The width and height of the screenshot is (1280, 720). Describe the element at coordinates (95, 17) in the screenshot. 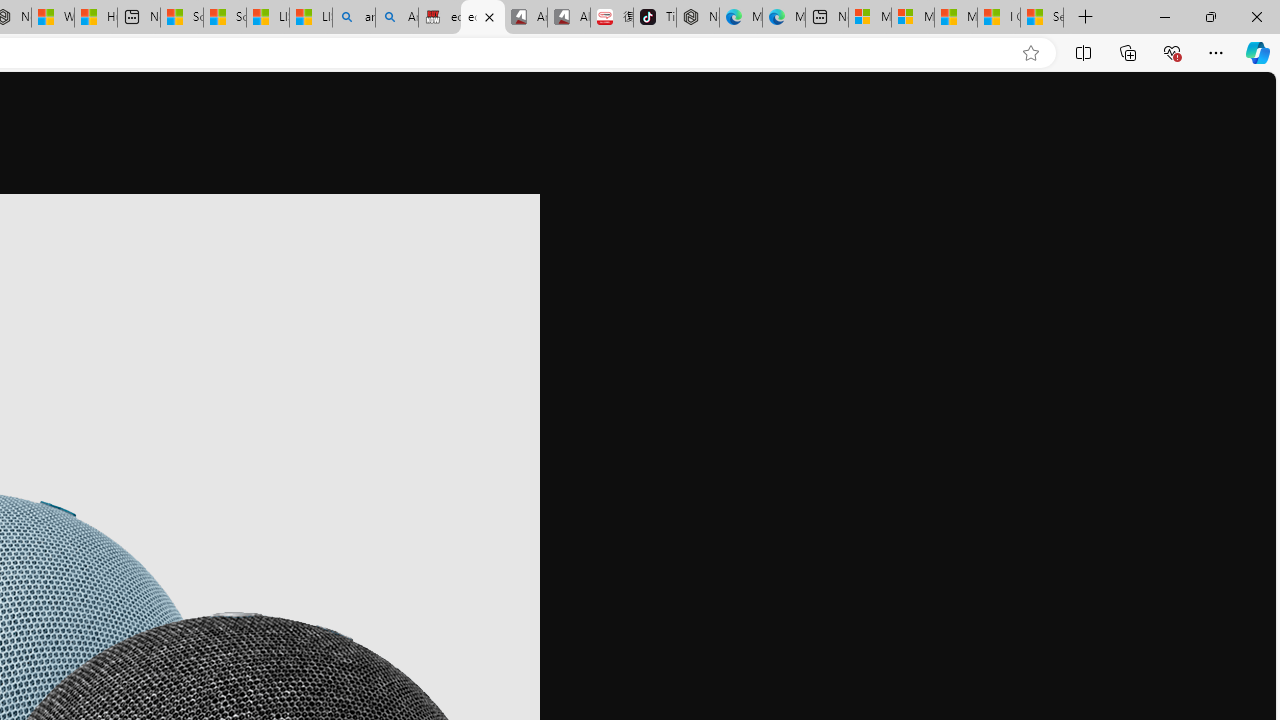

I see `'Huge shark washes ashore at New York City beach | Watch'` at that location.